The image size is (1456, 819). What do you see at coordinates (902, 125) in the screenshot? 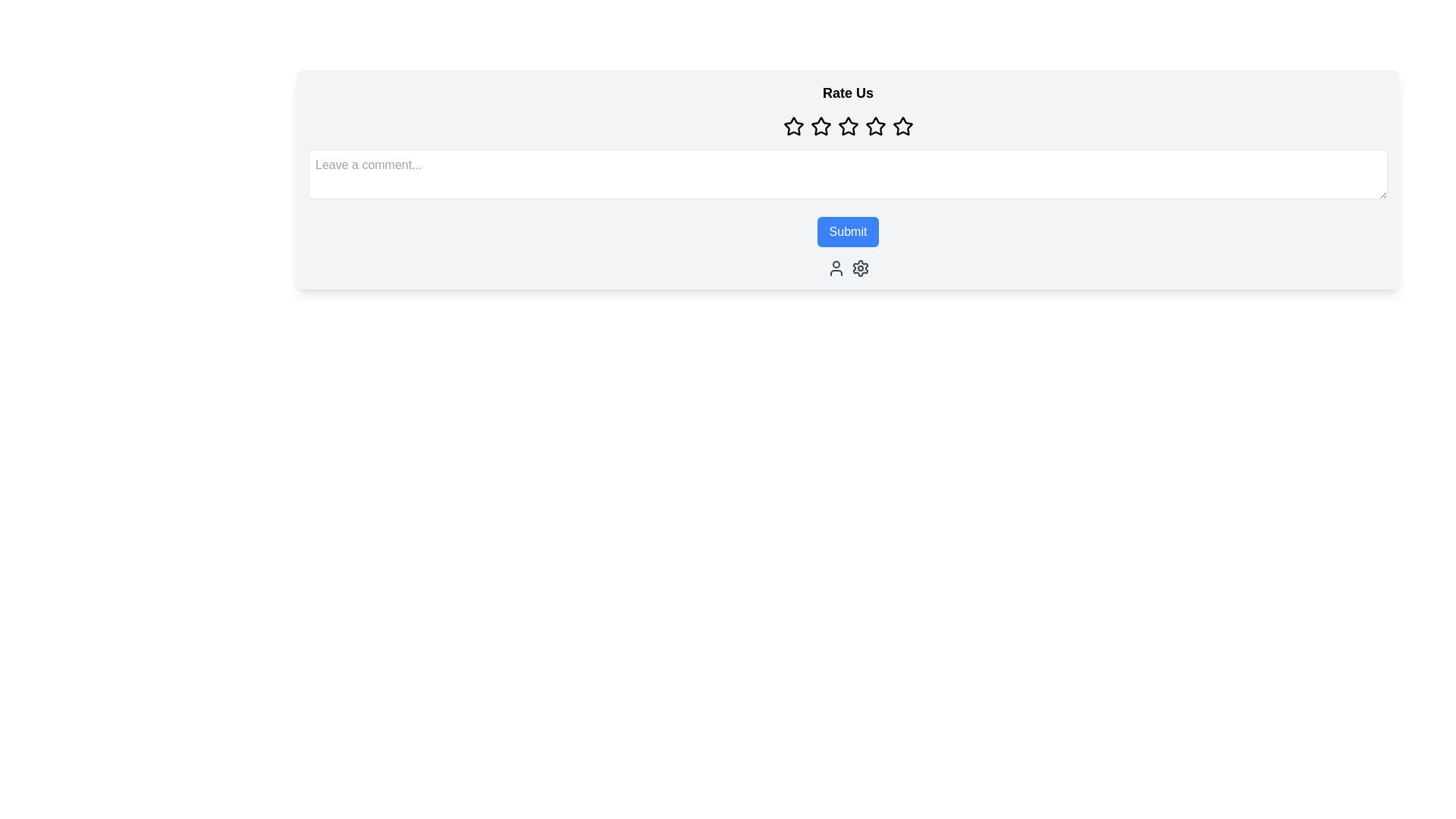
I see `the fifth star in the rating interface under the 'Rate Us' heading` at bounding box center [902, 125].